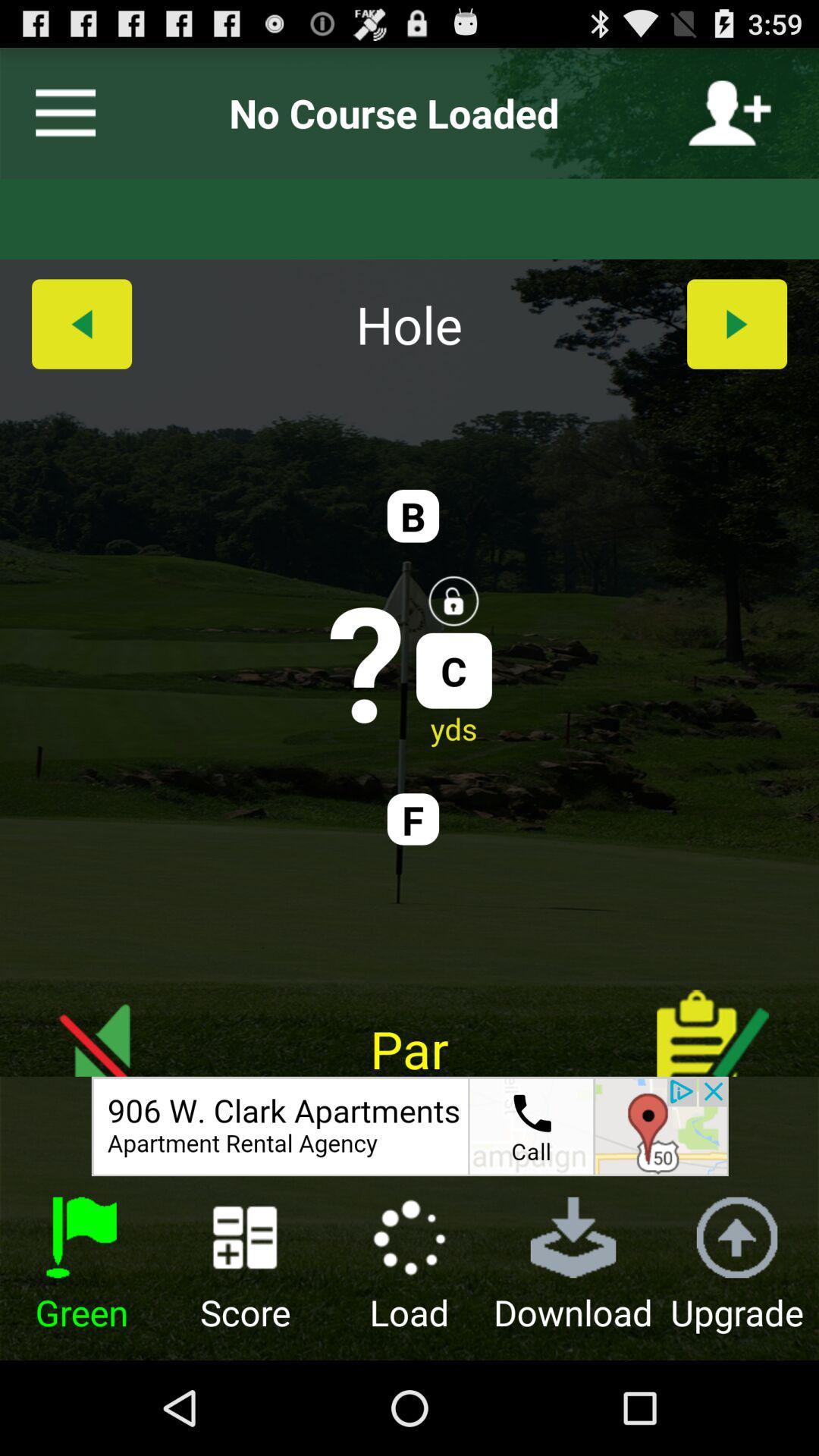 The image size is (819, 1456). Describe the element at coordinates (105, 1021) in the screenshot. I see `switch mute option` at that location.